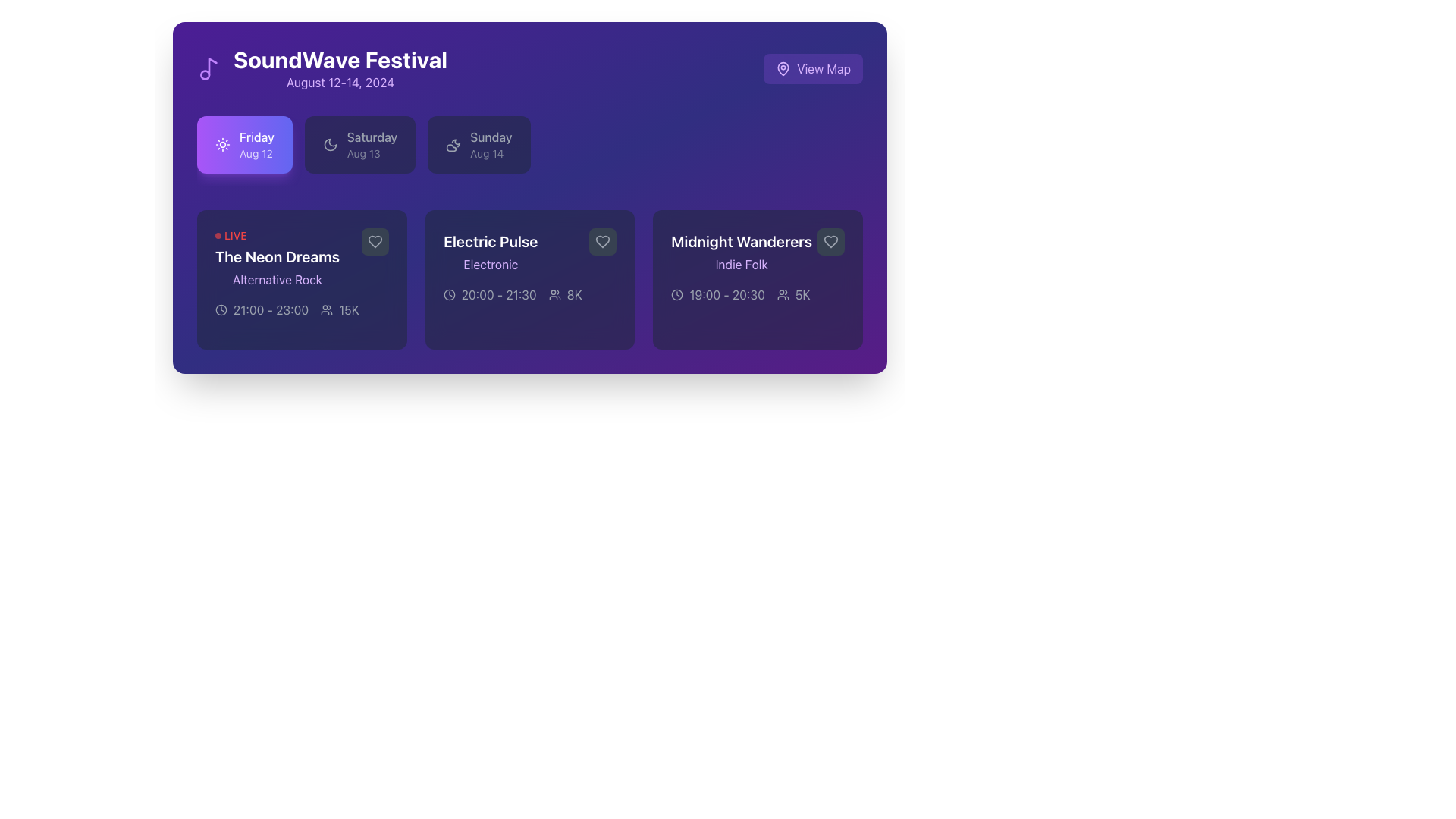 The width and height of the screenshot is (1456, 819). Describe the element at coordinates (322, 69) in the screenshot. I see `the header text block with an icon that provides the event name and date, located at the top-left corner of the section` at that location.